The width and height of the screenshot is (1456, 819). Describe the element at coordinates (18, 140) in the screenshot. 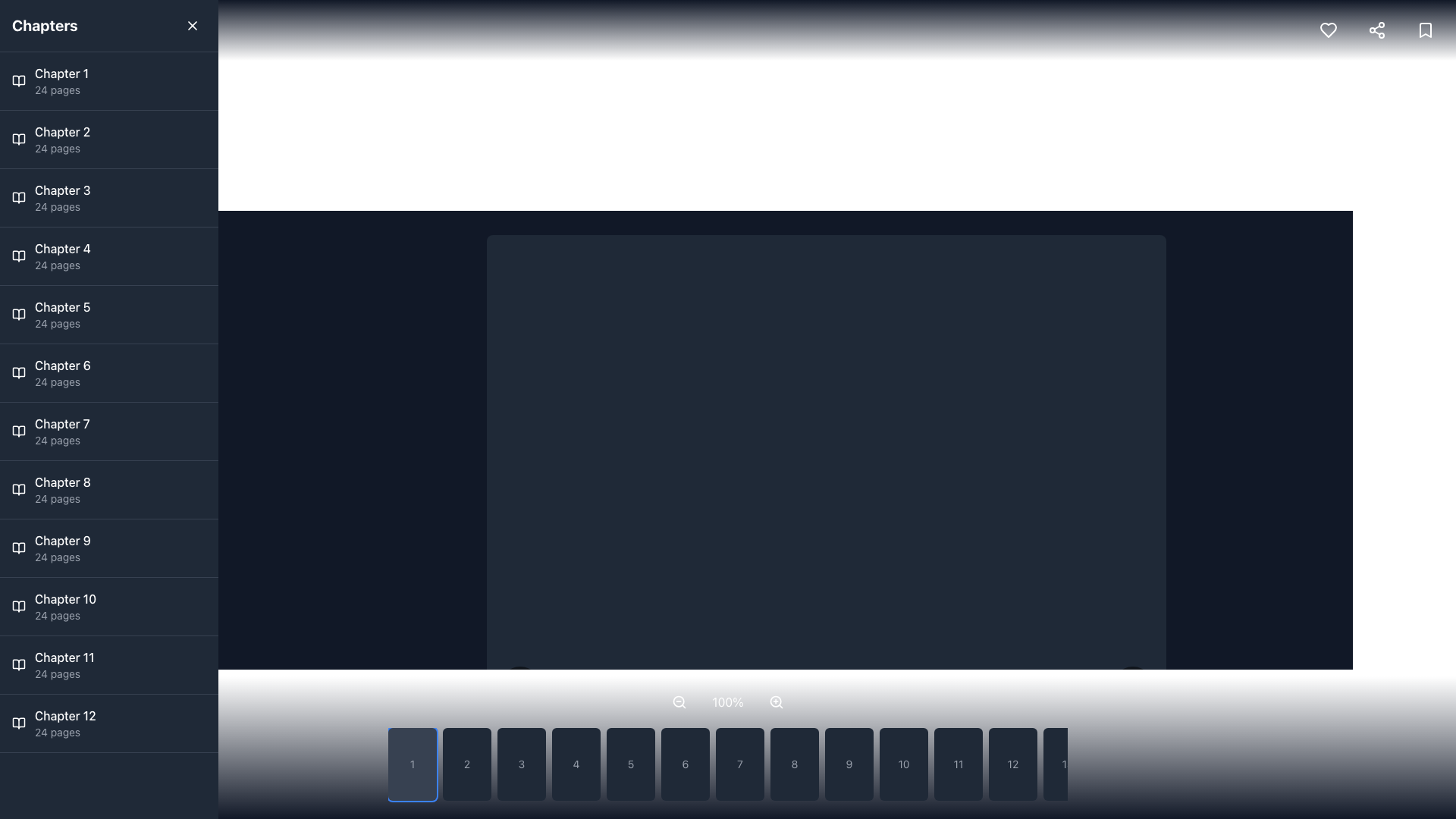

I see `the open book icon, which is the second icon in the vertical list of chapters, located to the left of the text 'Chapter 2'` at that location.